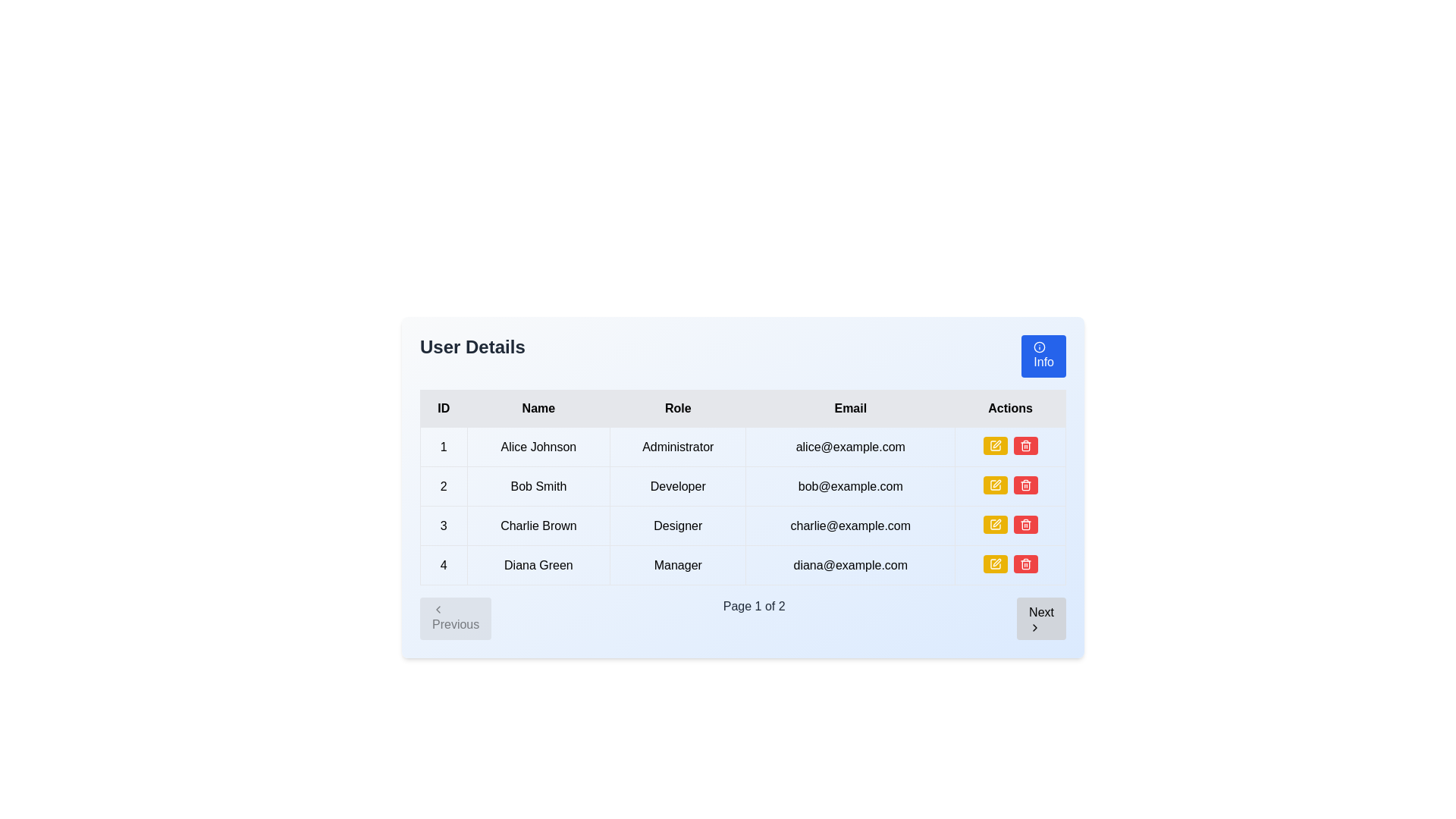  What do you see at coordinates (1039, 347) in the screenshot?
I see `the blue and white information icon, which is a white 'i' inside a circular blue background, located at the center of the 'Info' button in the top-right corner of the table` at bounding box center [1039, 347].